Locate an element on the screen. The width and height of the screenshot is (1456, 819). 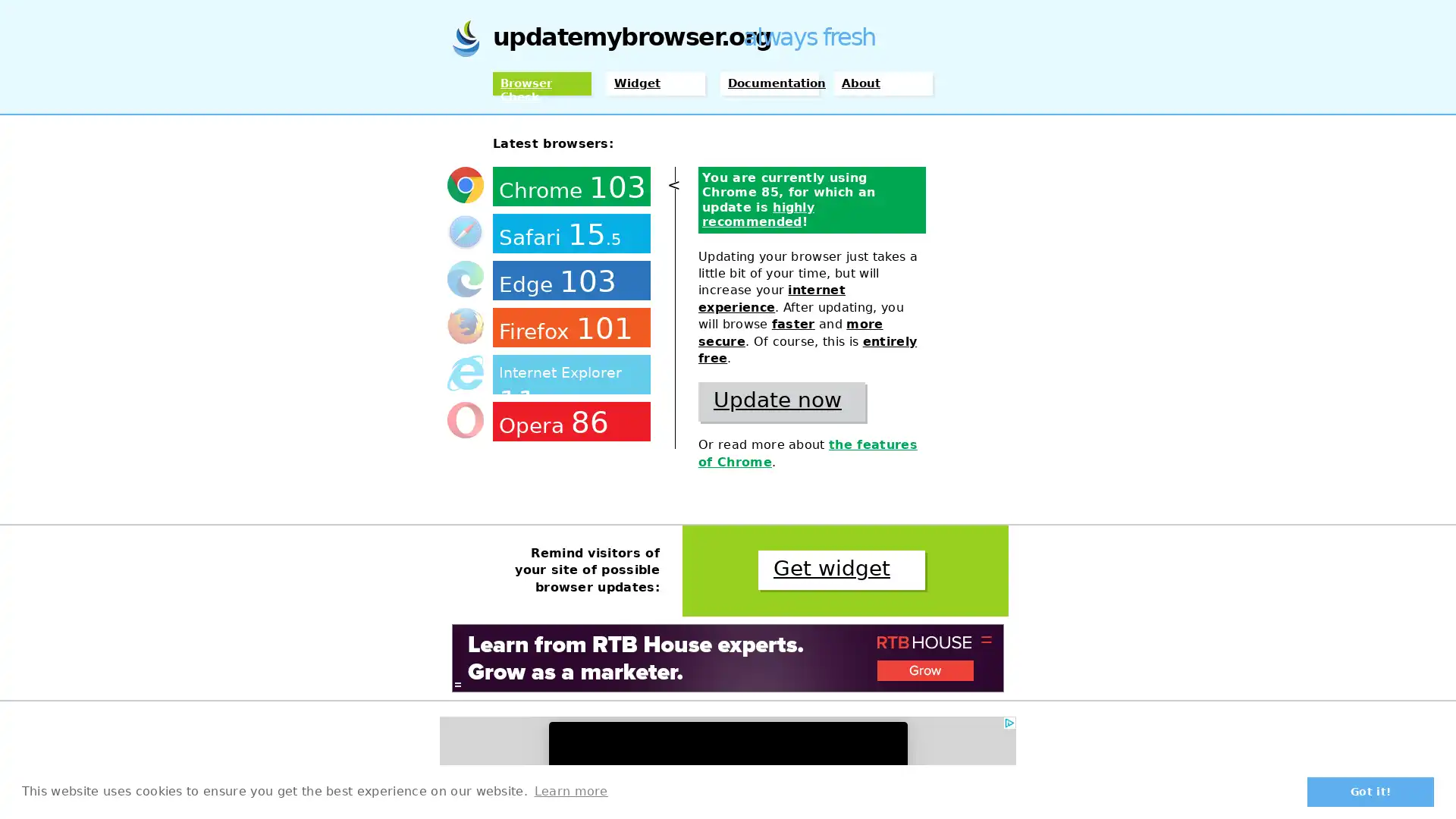
dismiss cookie message is located at coordinates (1370, 791).